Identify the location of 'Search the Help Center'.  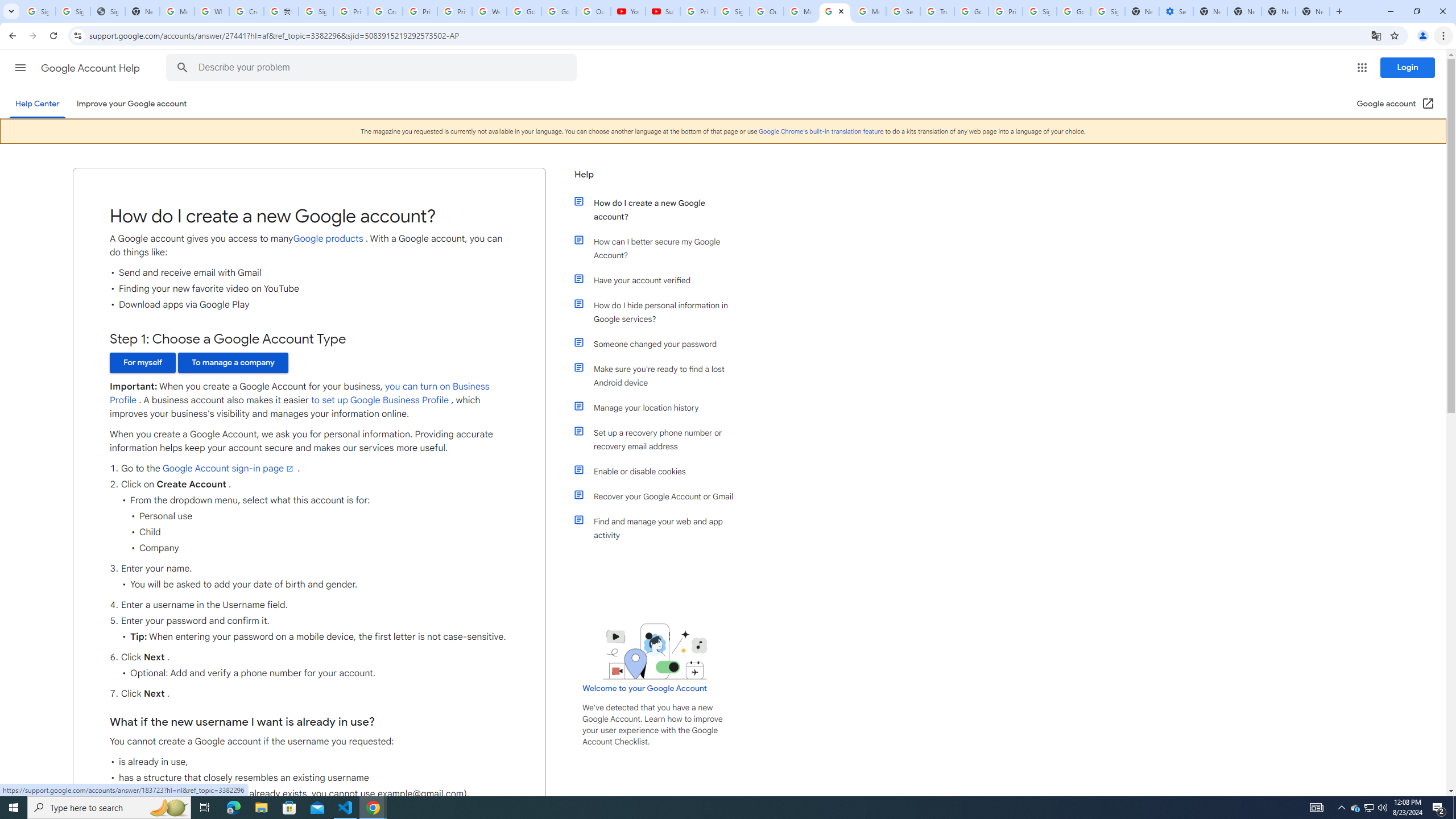
(181, 67).